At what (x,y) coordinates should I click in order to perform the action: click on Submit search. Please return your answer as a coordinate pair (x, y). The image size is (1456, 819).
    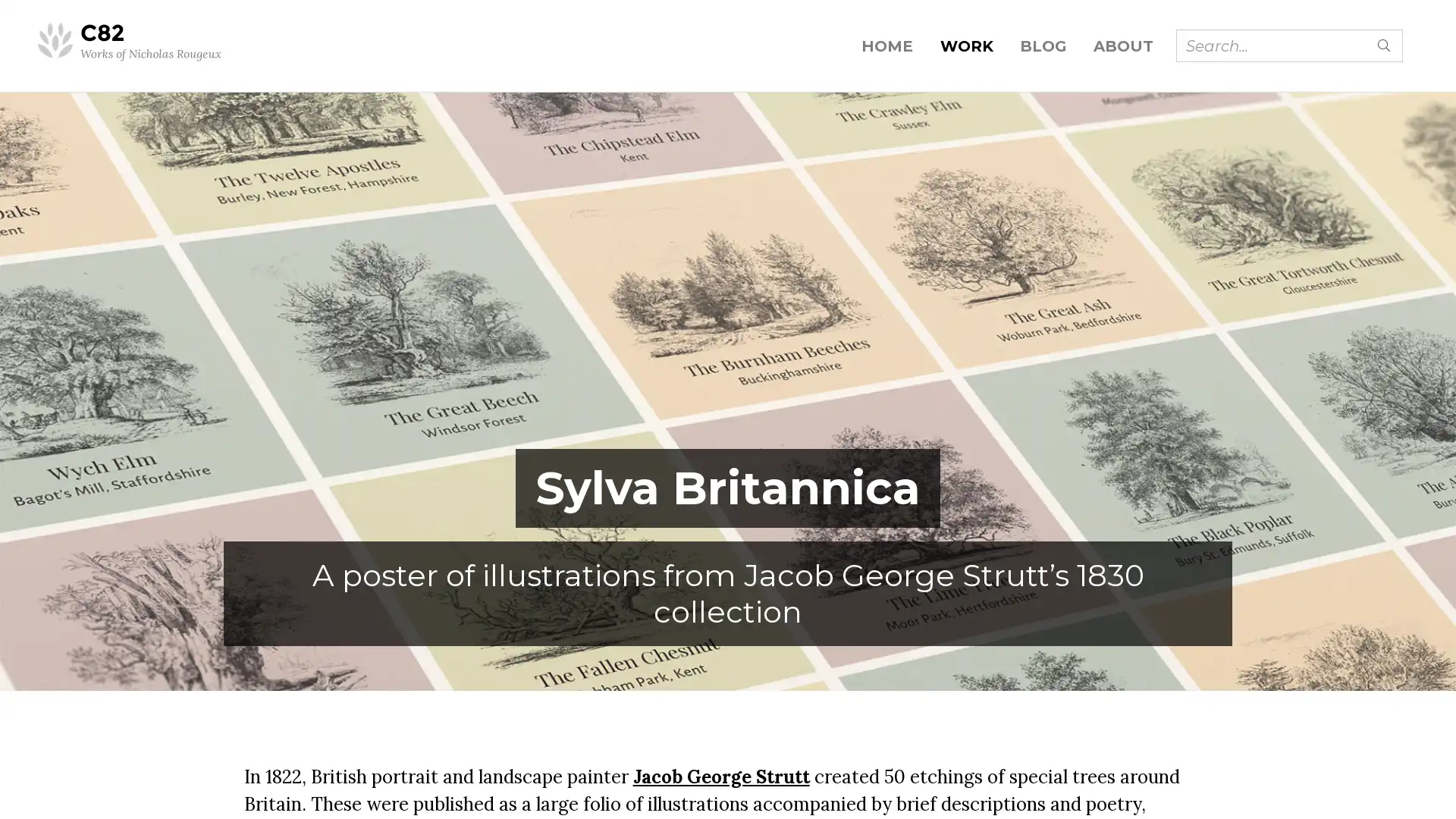
    Looking at the image, I should click on (1383, 45).